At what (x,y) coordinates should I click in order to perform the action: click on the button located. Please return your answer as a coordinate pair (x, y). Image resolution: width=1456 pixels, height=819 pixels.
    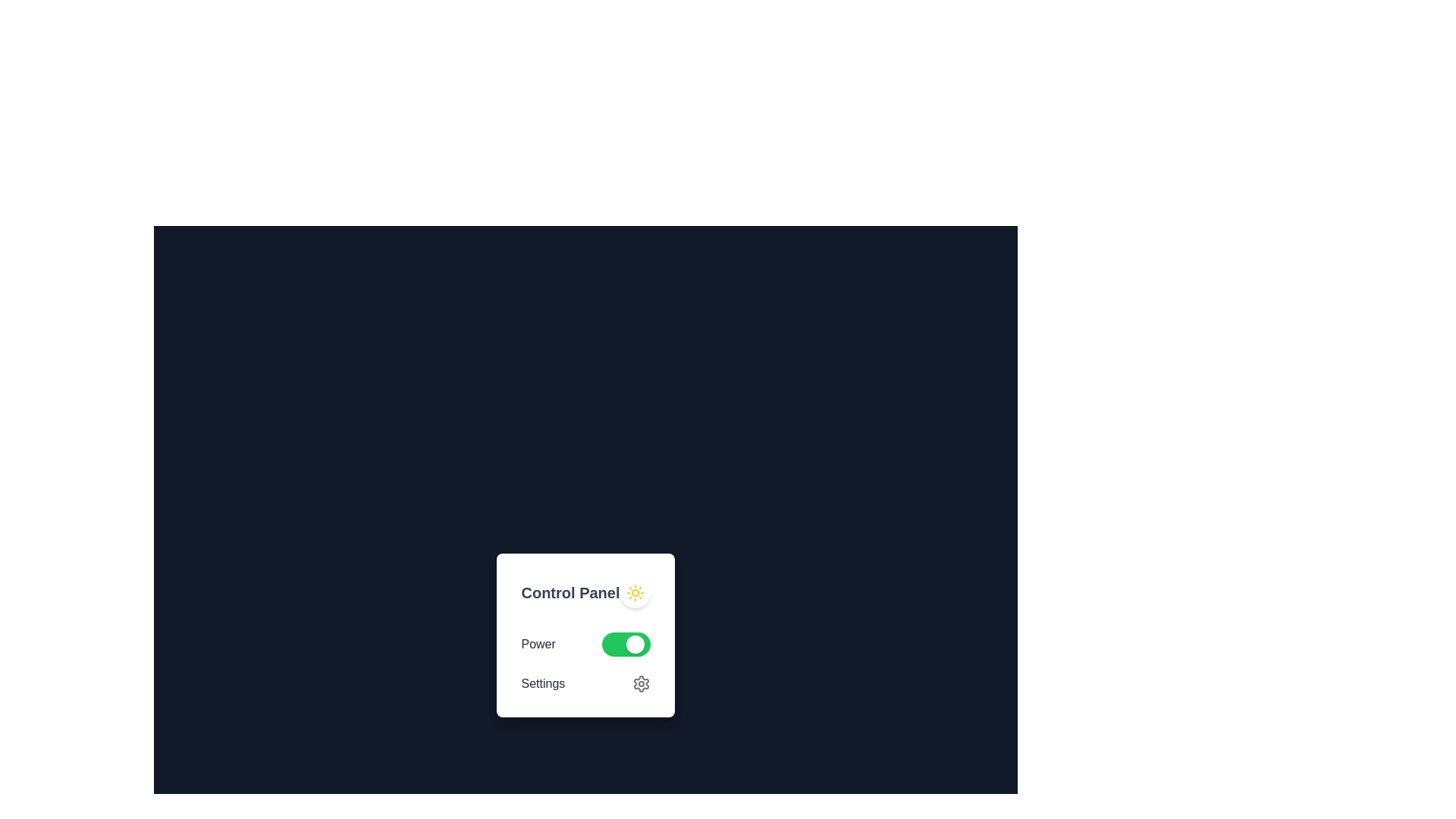
    Looking at the image, I should click on (635, 592).